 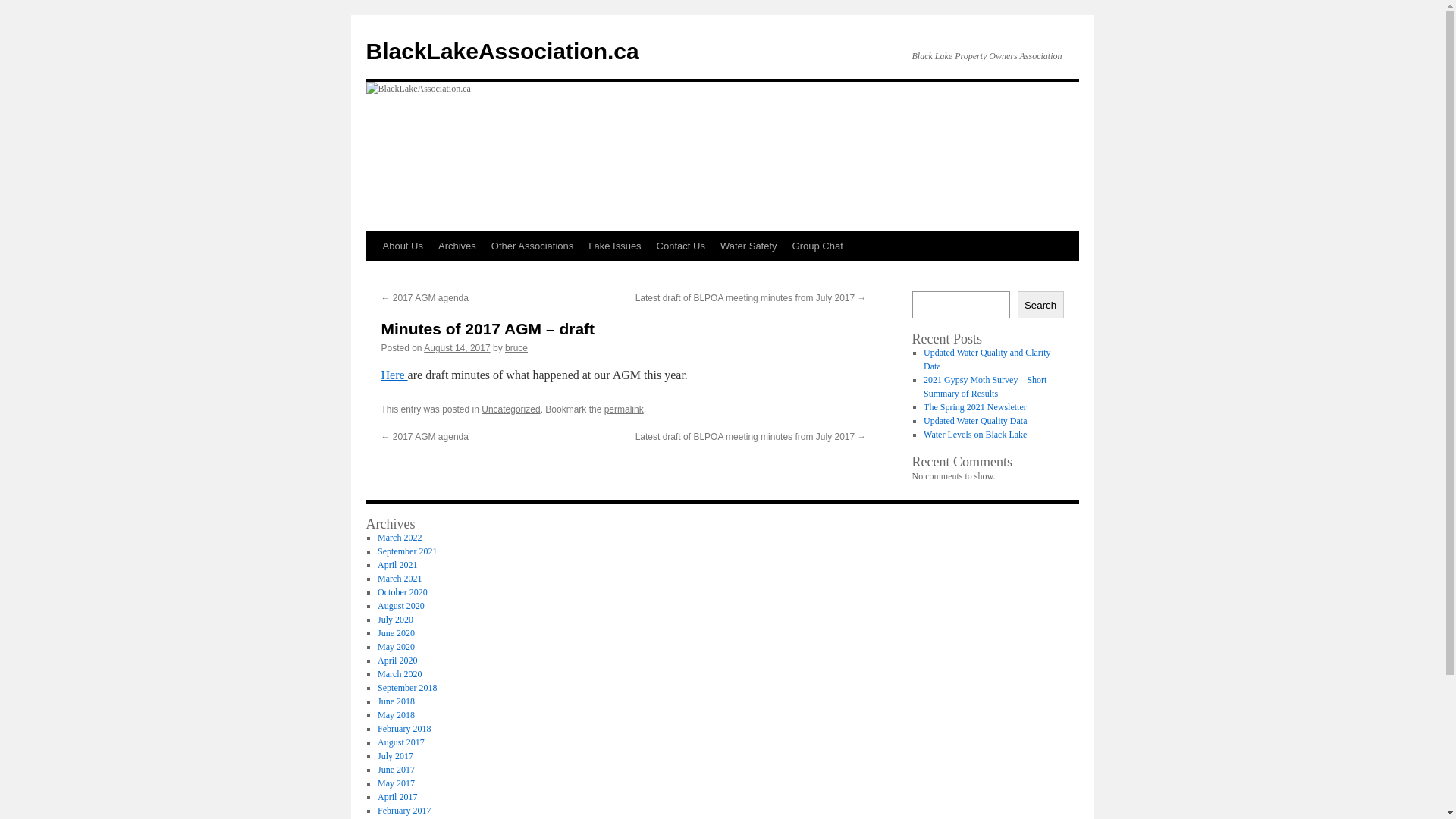 I want to click on 'June 2018', so click(x=396, y=701).